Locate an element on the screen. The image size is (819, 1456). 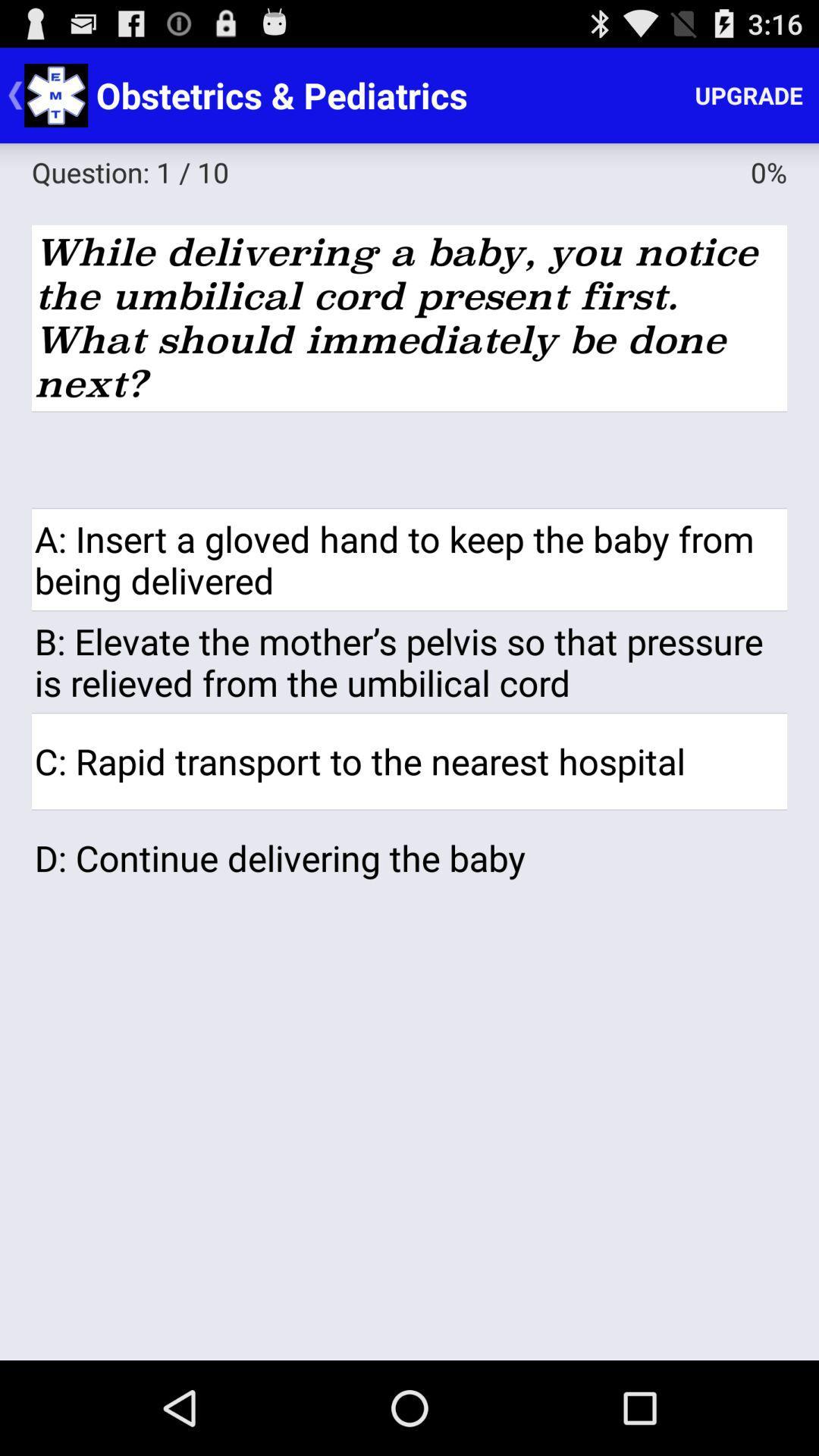
app is located at coordinates (409, 459).